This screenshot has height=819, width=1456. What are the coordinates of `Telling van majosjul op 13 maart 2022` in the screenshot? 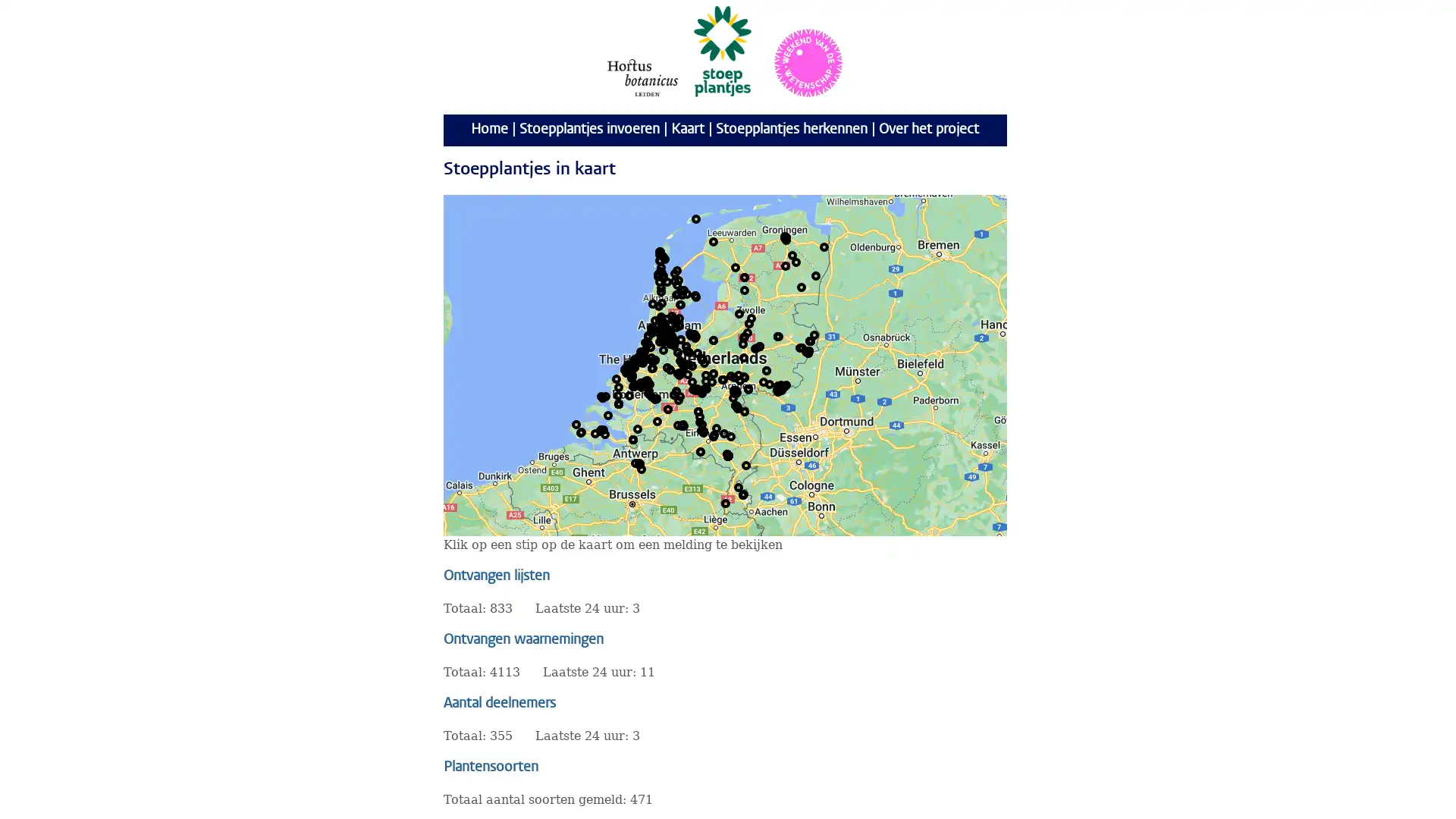 It's located at (640, 357).